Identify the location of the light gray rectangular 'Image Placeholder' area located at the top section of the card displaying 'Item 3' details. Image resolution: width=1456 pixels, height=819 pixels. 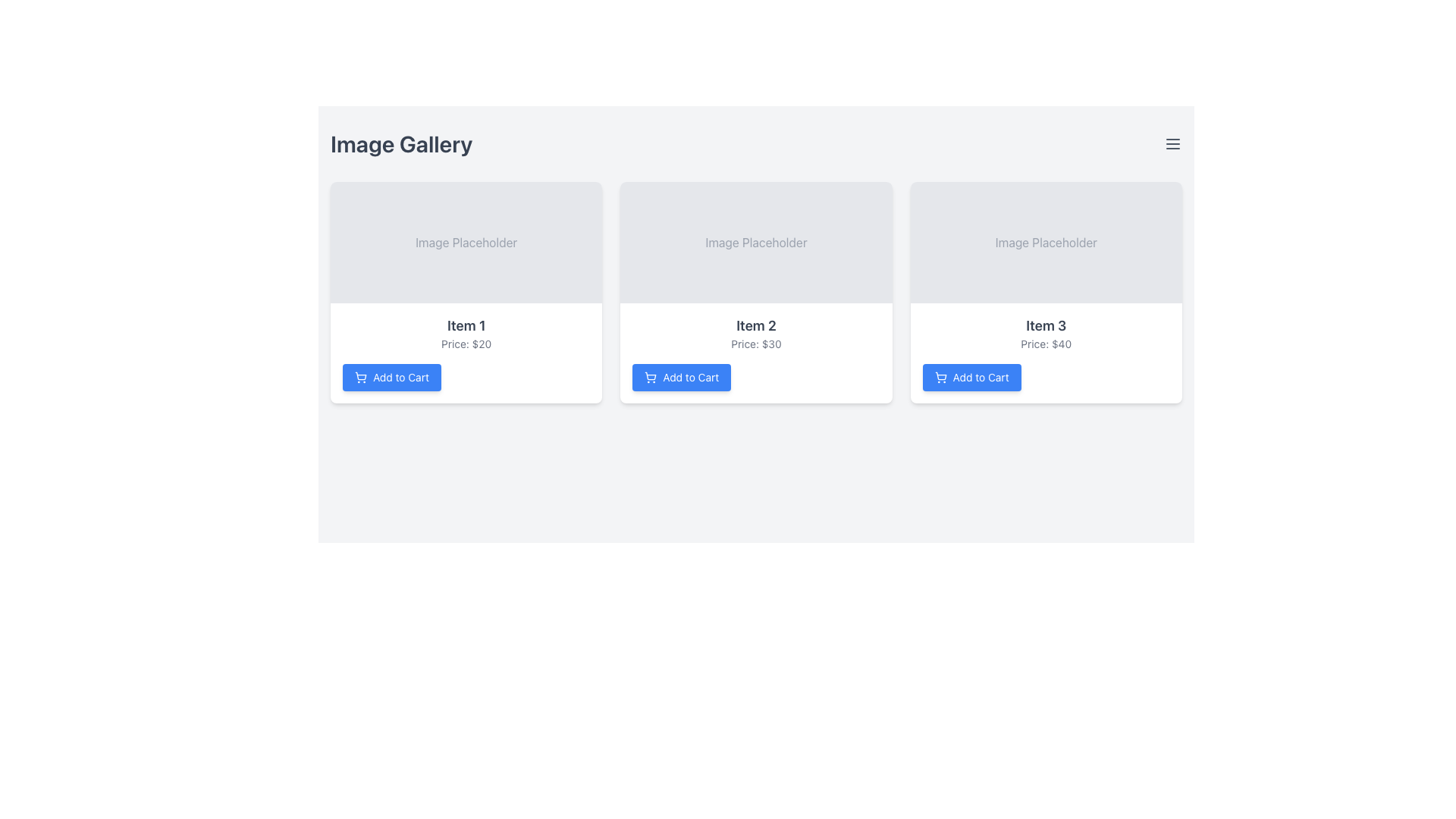
(1045, 242).